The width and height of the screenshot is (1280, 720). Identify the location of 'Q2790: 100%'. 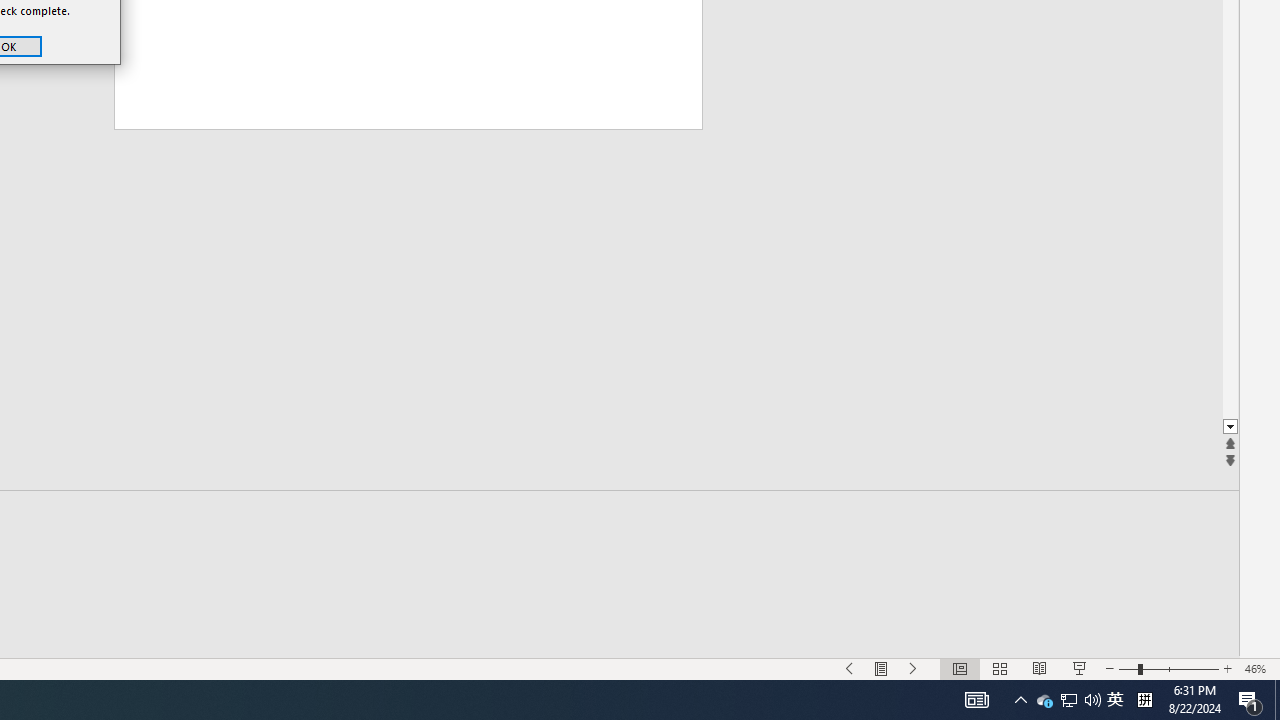
(1092, 698).